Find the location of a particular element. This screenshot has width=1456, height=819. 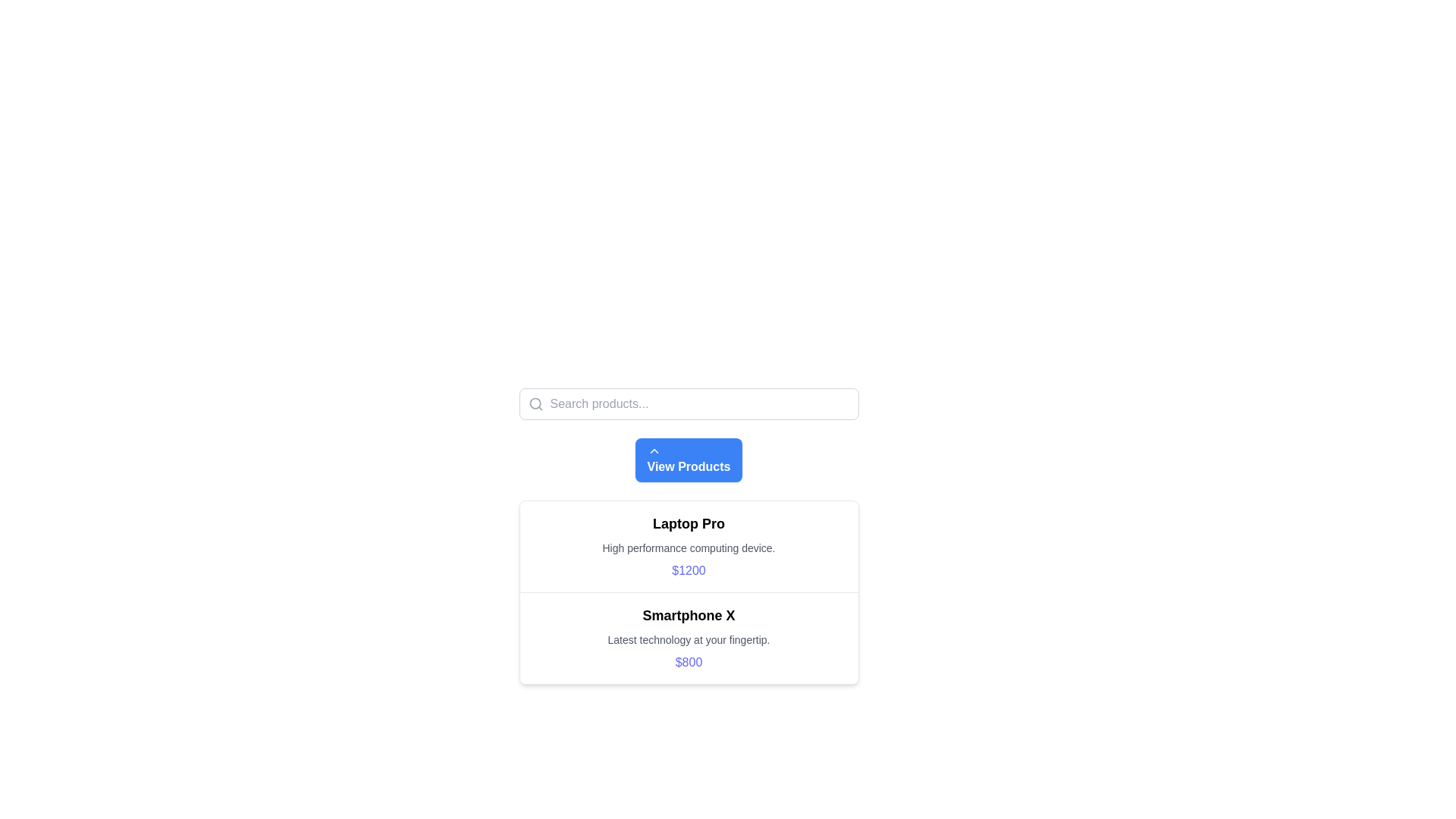

small upward-facing chevron icon located at the upper-central part of the 'View Products' button is located at coordinates (654, 450).